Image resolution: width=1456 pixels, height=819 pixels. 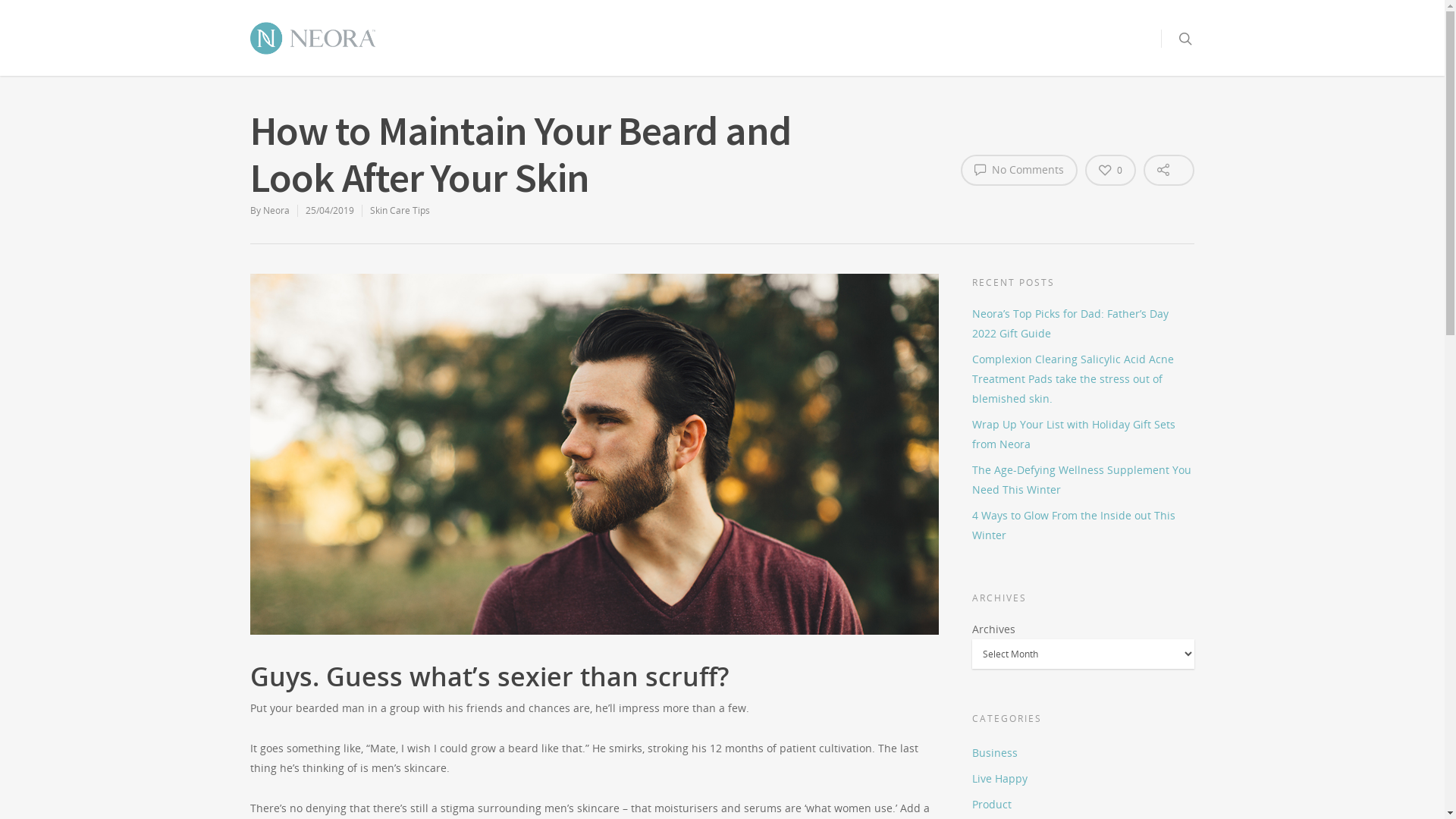 What do you see at coordinates (1019, 170) in the screenshot?
I see `'No Comments'` at bounding box center [1019, 170].